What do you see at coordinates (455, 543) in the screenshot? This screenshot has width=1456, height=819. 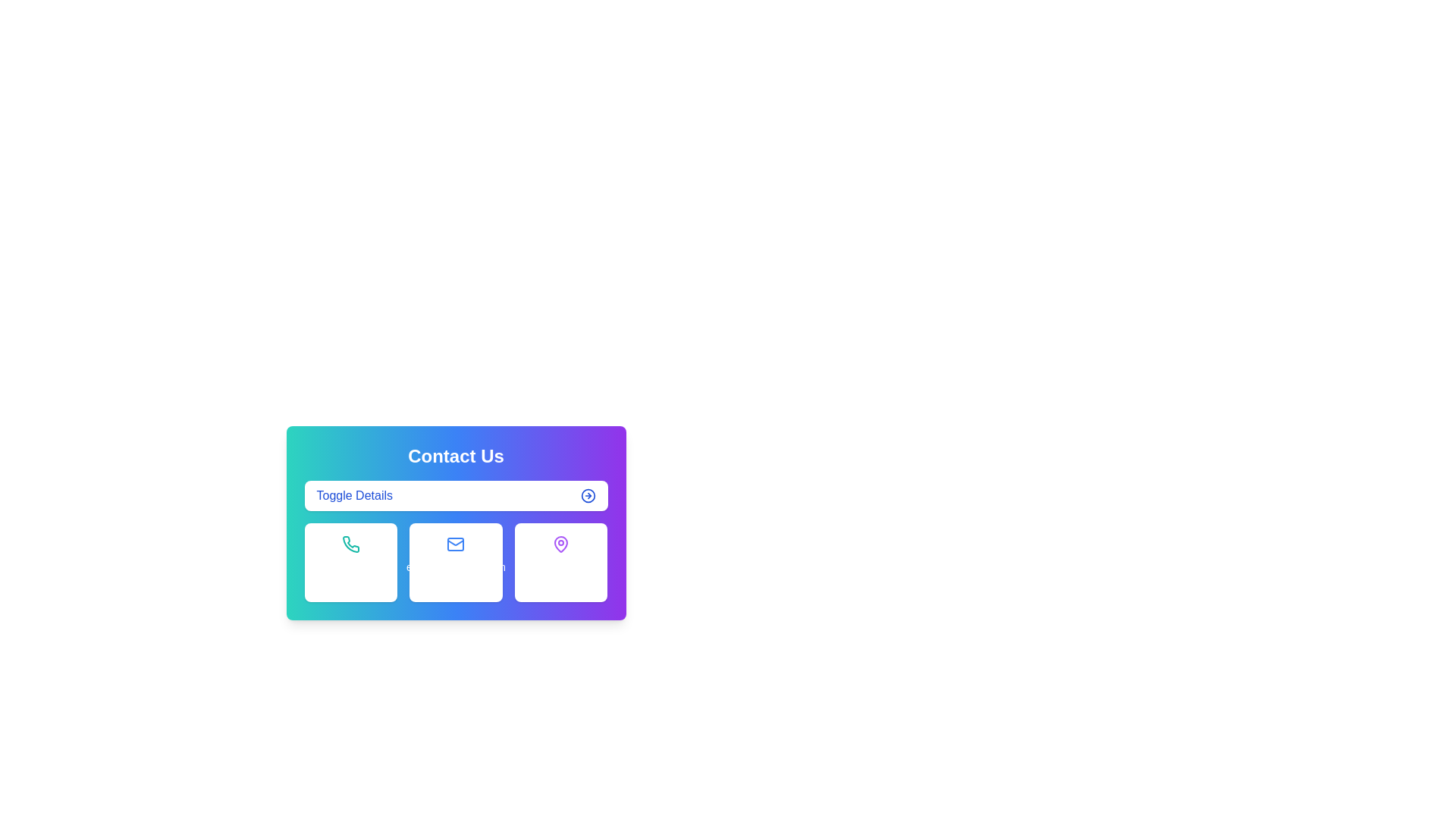 I see `the email icon graphic that represents the email communication option located in the middle section of the contact options row` at bounding box center [455, 543].